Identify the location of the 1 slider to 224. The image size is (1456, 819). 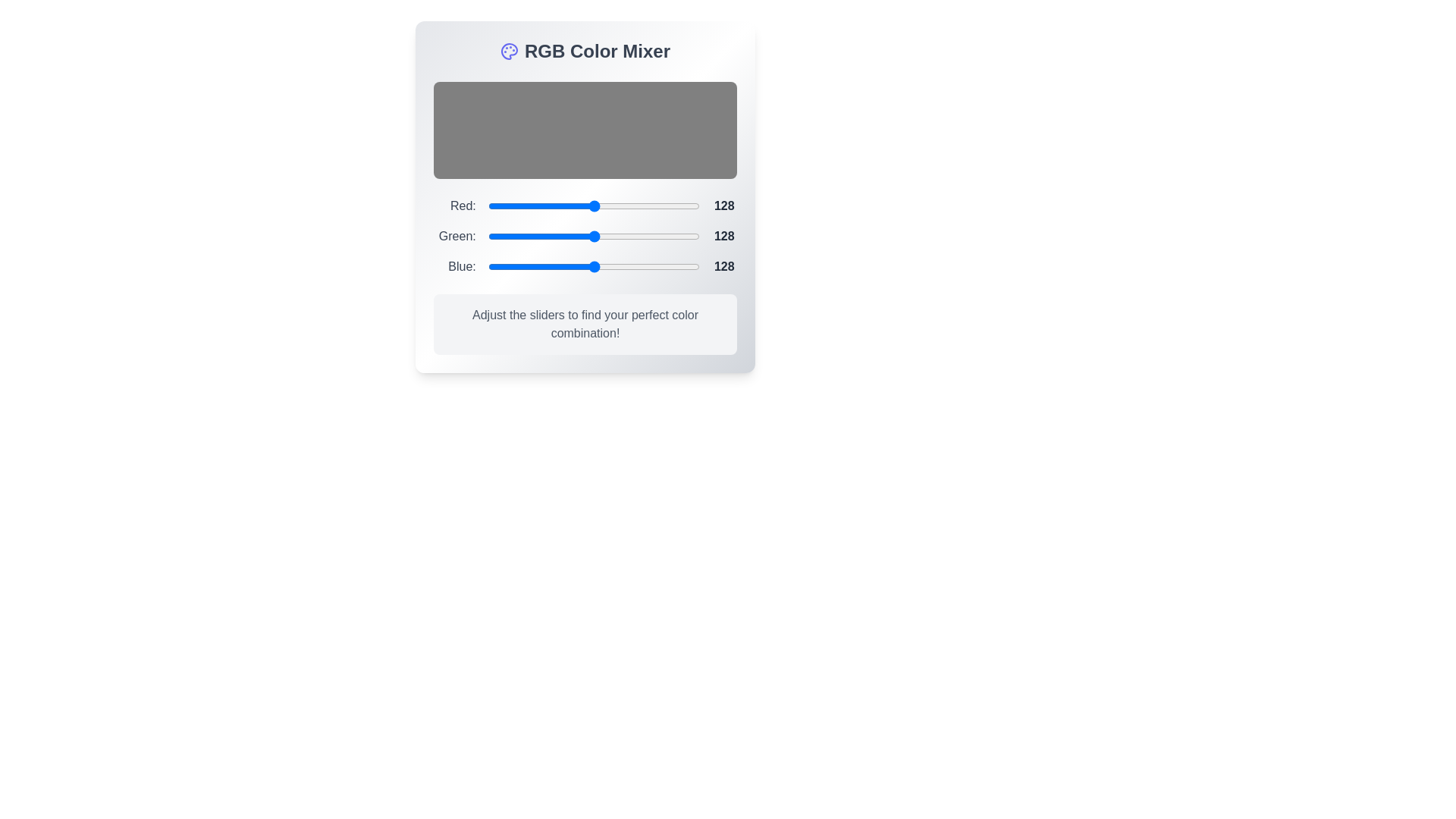
(673, 237).